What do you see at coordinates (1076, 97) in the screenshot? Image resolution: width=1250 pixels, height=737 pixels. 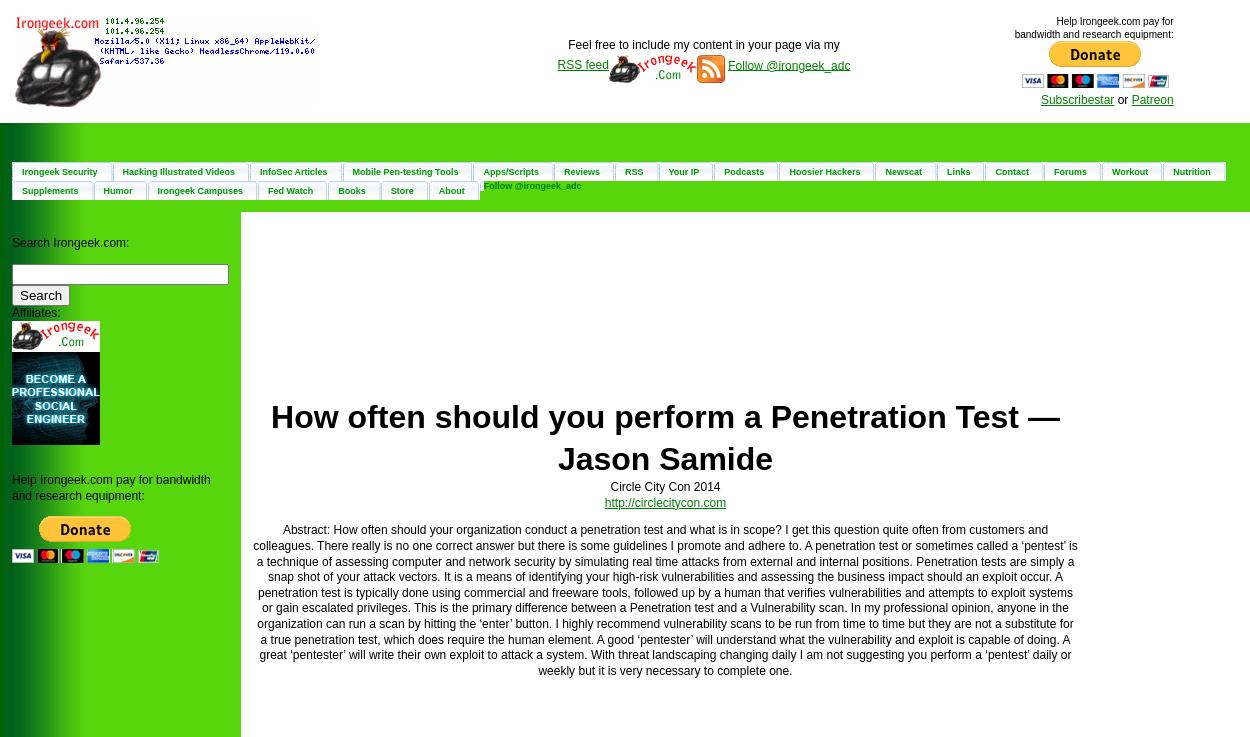 I see `'Subscribestar'` at bounding box center [1076, 97].